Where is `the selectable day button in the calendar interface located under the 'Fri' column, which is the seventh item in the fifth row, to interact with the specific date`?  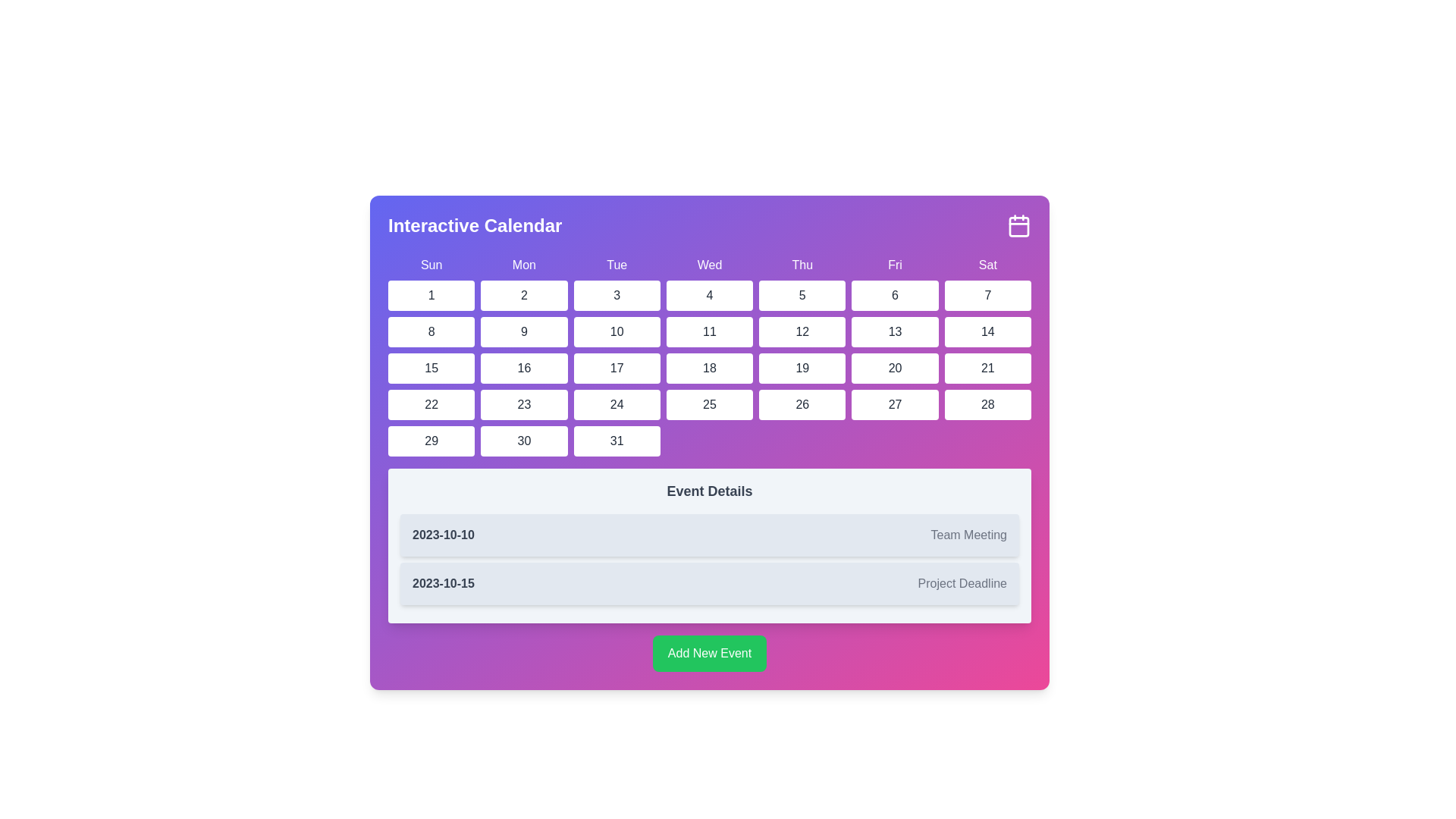
the selectable day button in the calendar interface located under the 'Fri' column, which is the seventh item in the fifth row, to interact with the specific date is located at coordinates (895, 403).